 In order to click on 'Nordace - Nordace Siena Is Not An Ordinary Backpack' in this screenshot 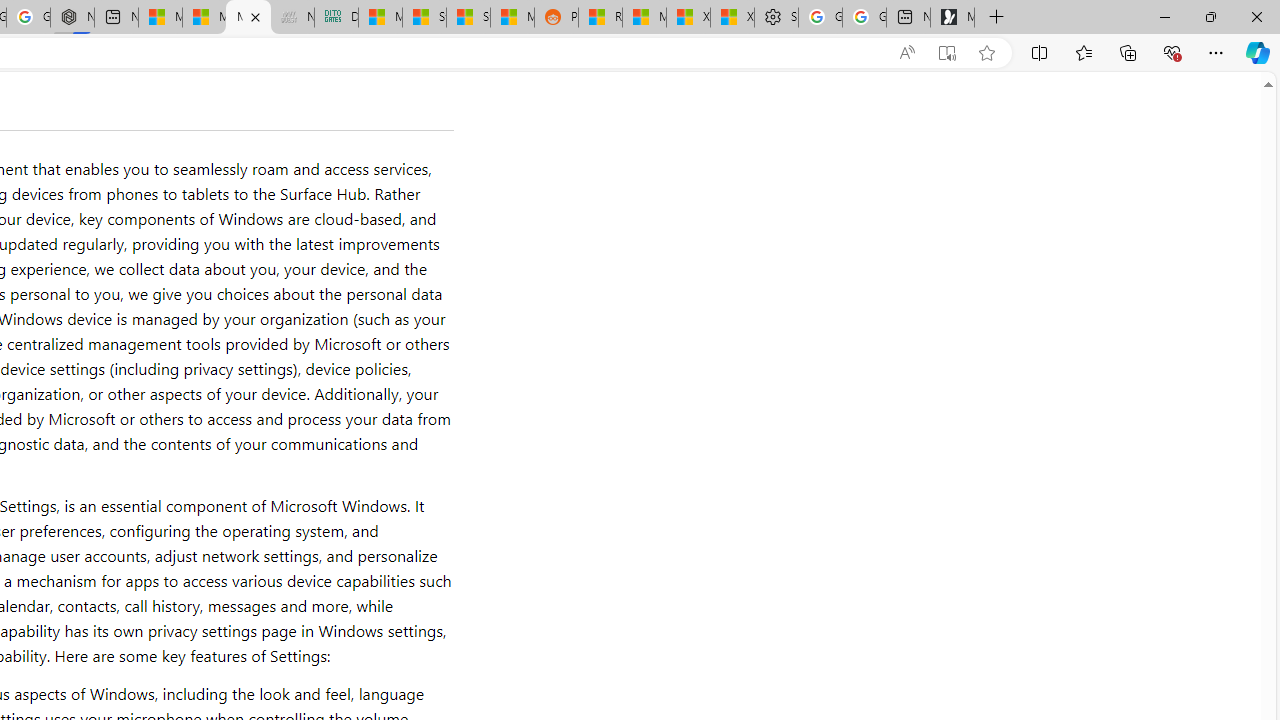, I will do `click(72, 17)`.